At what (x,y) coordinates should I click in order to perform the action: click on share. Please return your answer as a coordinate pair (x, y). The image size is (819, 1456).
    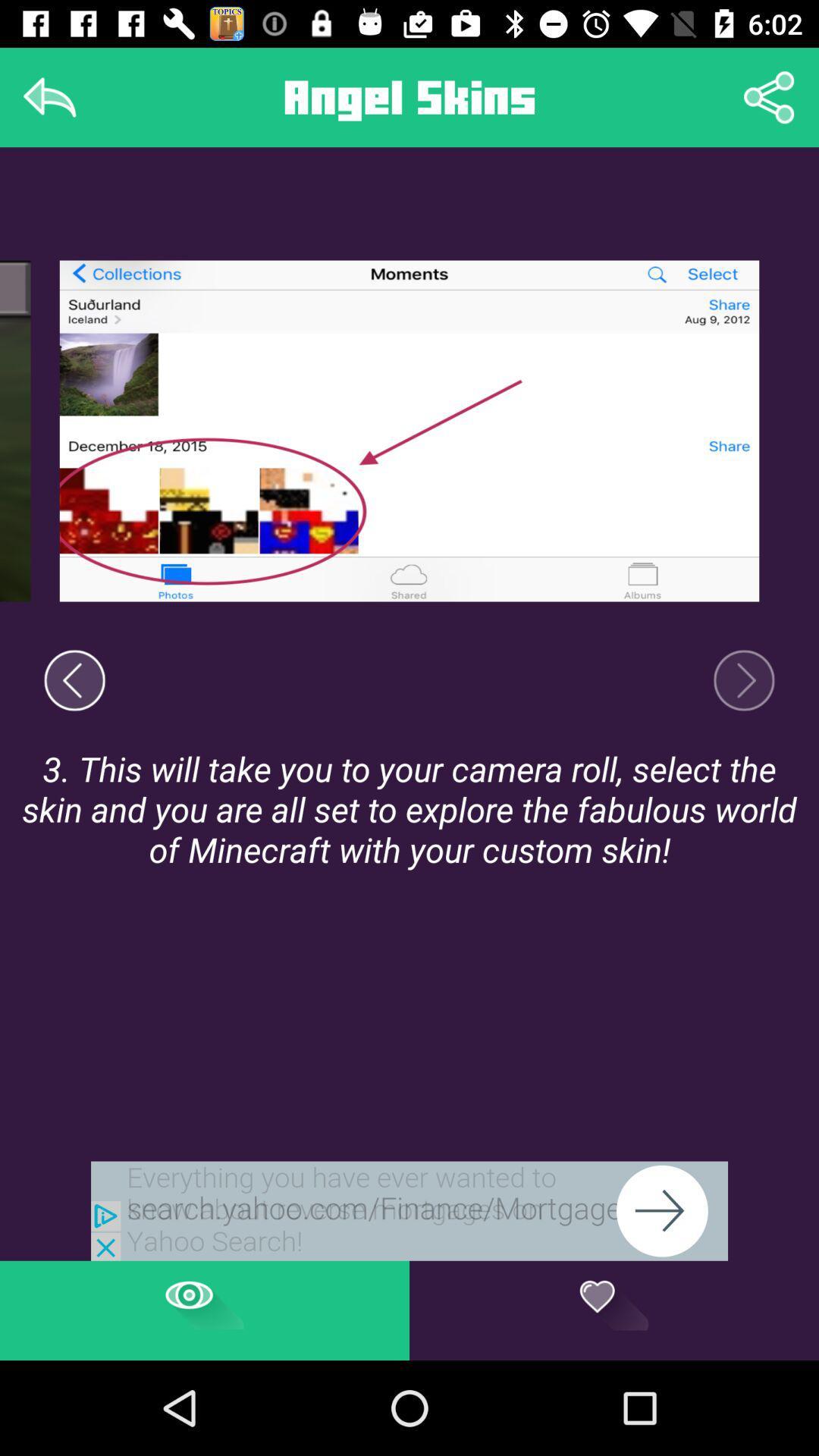
    Looking at the image, I should click on (769, 96).